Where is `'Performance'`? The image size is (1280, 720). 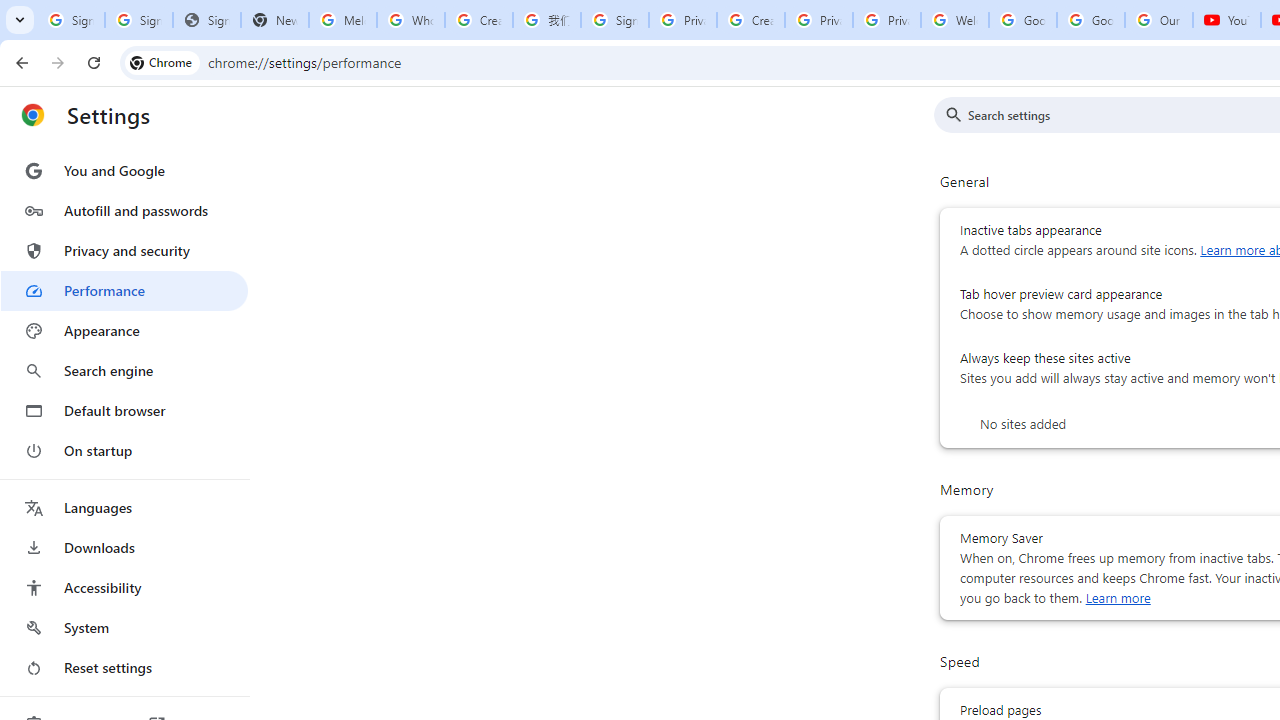
'Performance' is located at coordinates (123, 290).